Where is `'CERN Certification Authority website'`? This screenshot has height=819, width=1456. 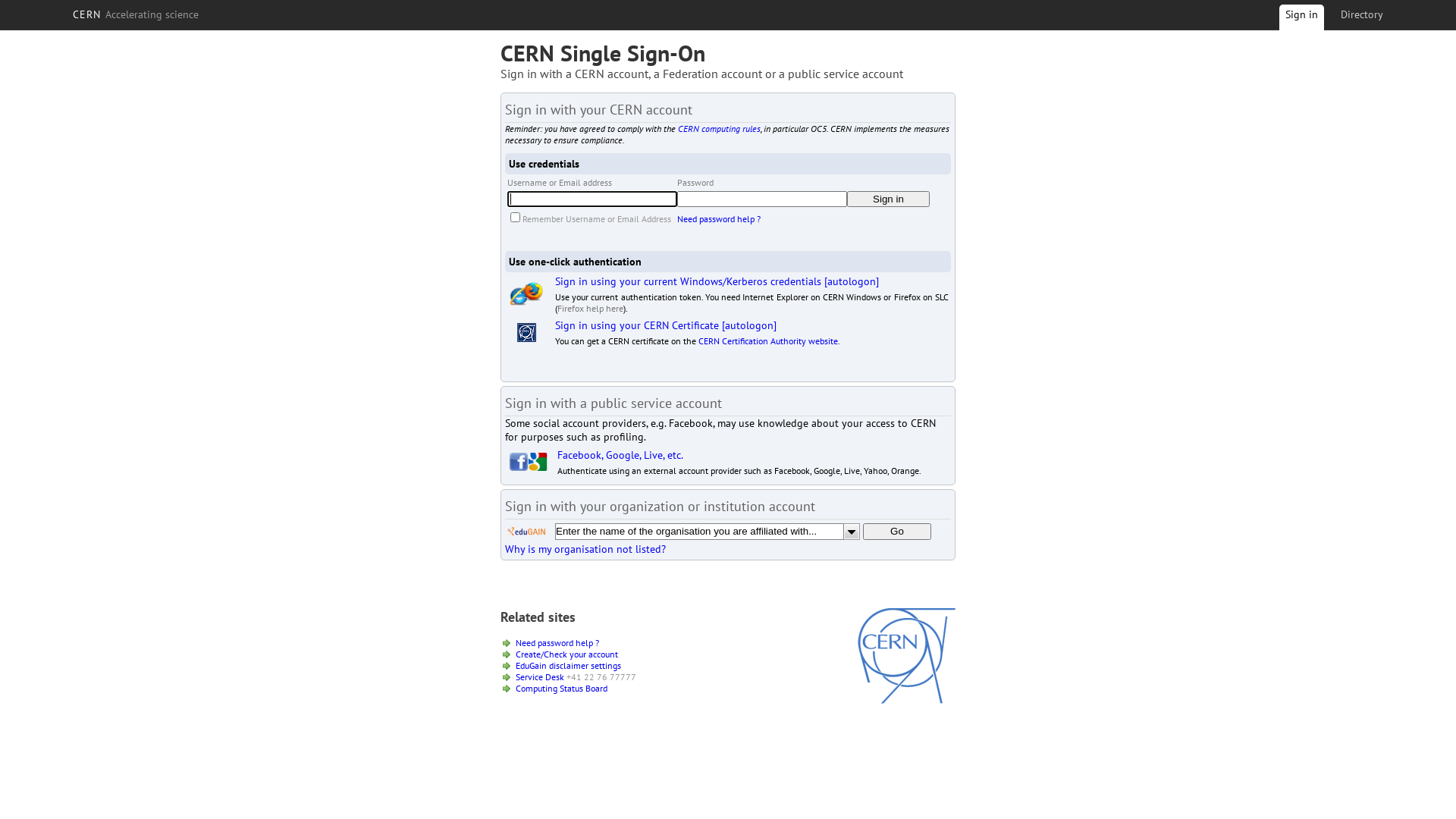
'CERN Certification Authority website' is located at coordinates (767, 340).